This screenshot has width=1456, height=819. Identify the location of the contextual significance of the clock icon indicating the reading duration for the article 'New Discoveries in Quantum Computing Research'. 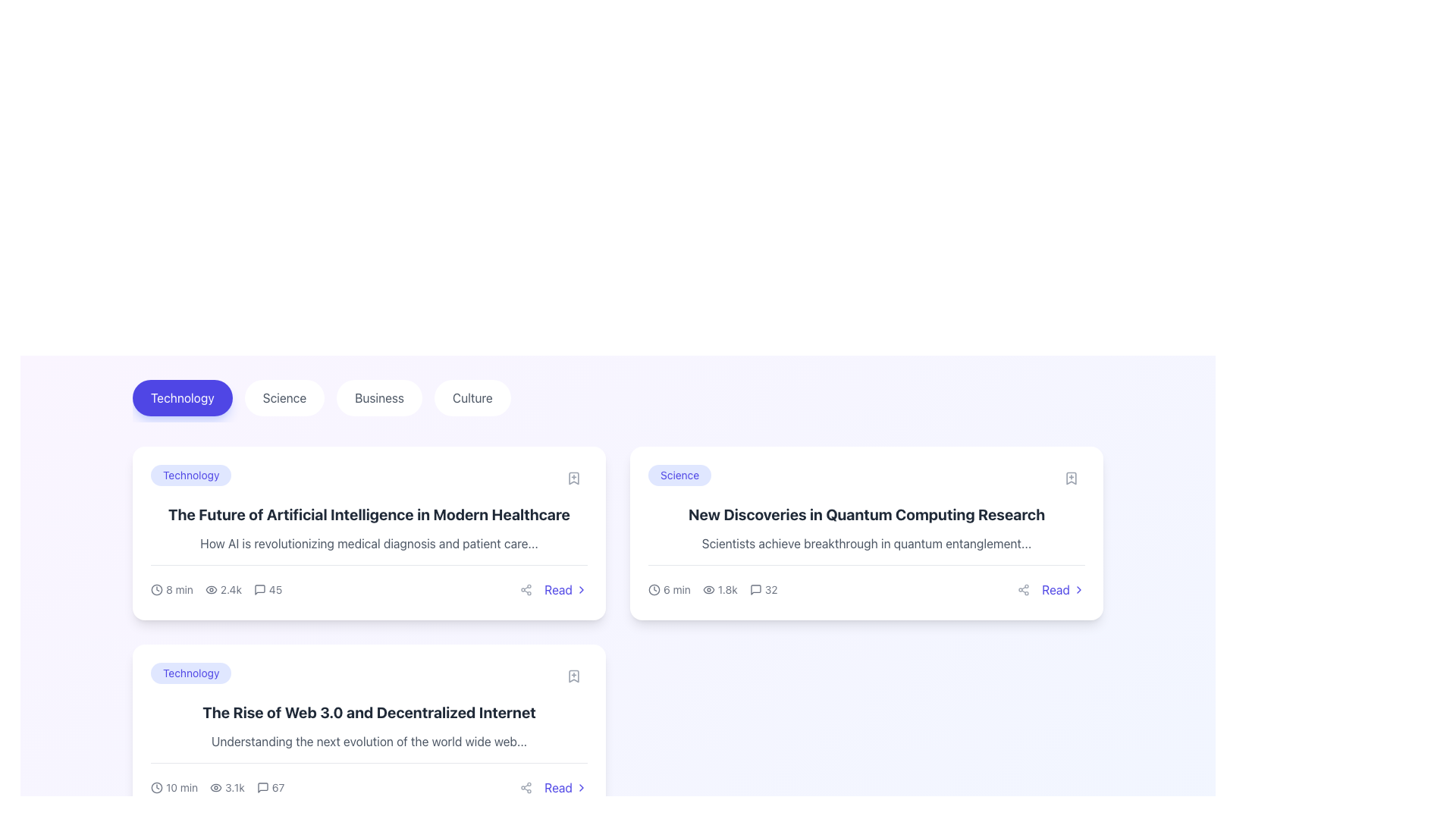
(654, 589).